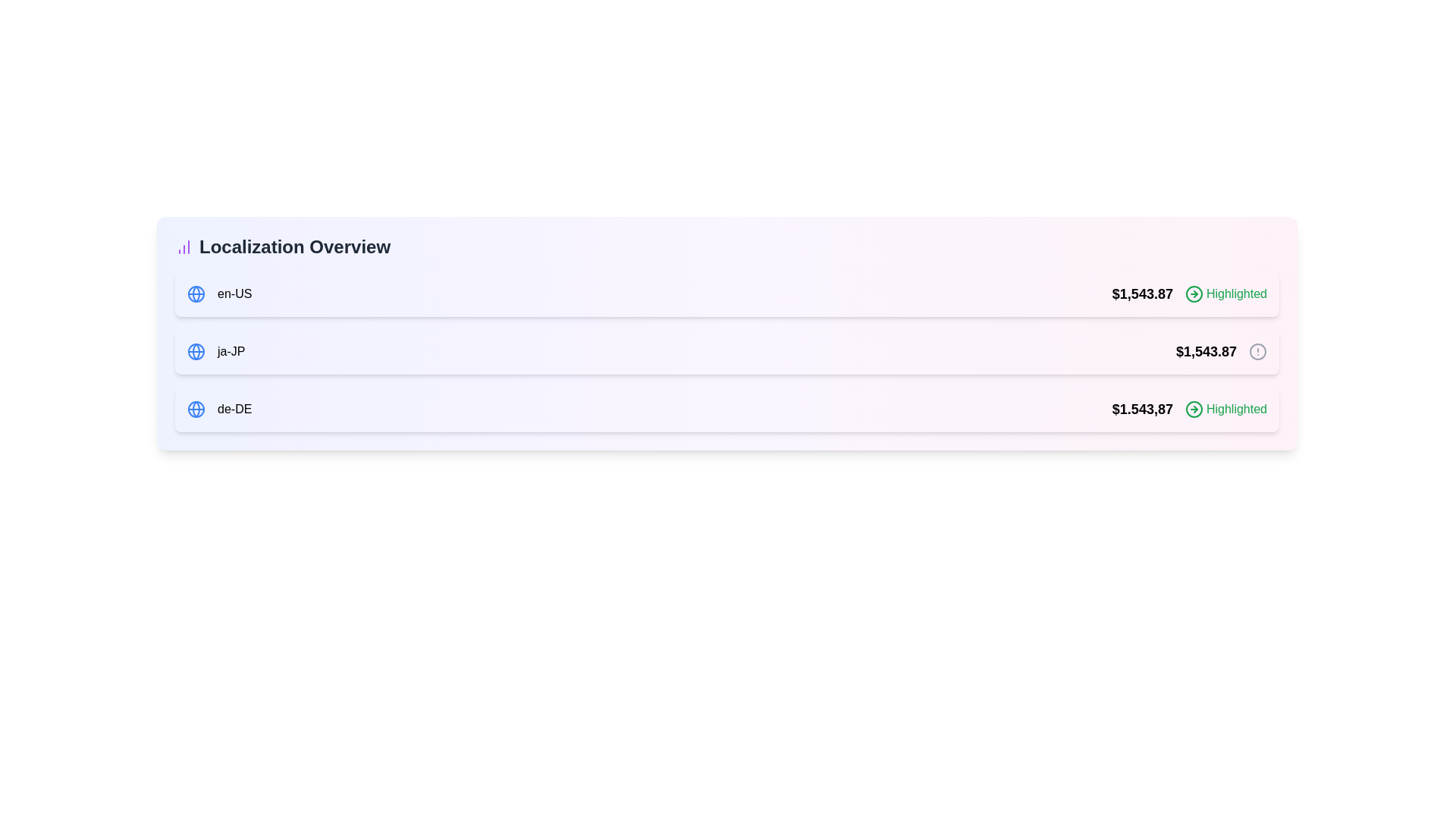 This screenshot has height=819, width=1456. What do you see at coordinates (1142, 294) in the screenshot?
I see `the text label displaying the value '$1,543.87' which is styled with a light background and located to the left of the word 'Highlighted'` at bounding box center [1142, 294].